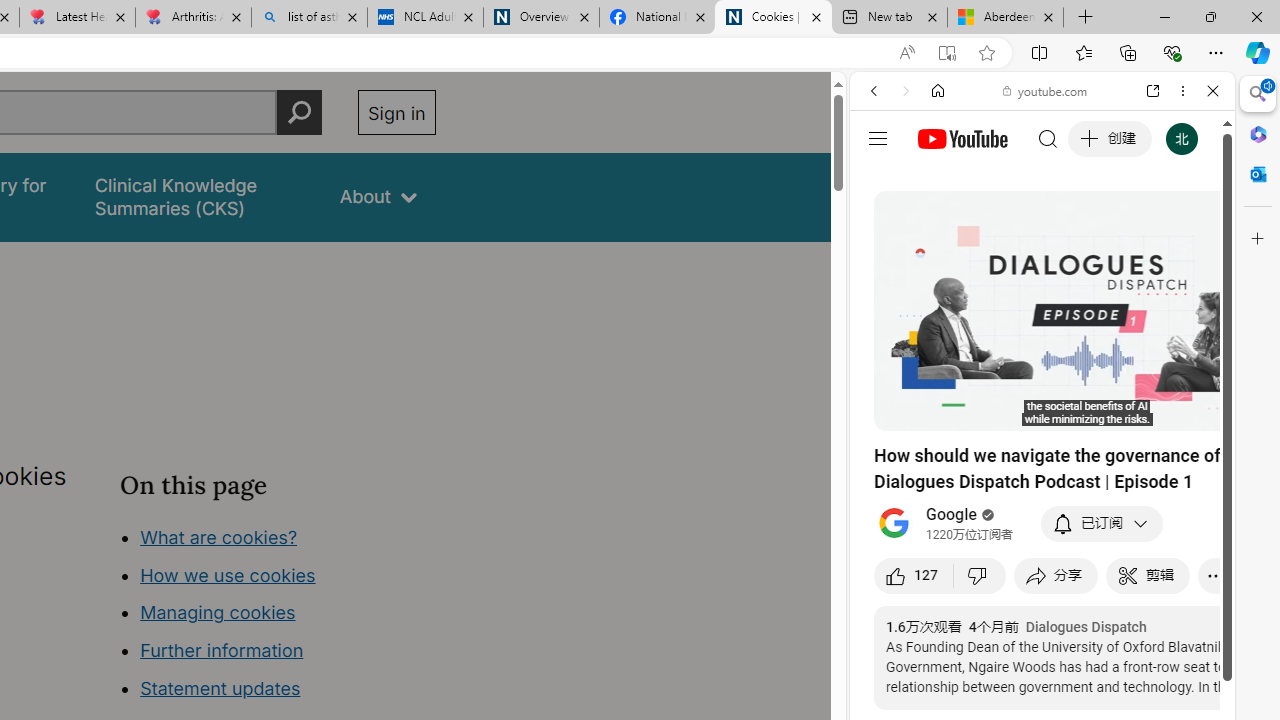 The width and height of the screenshot is (1280, 720). Describe the element at coordinates (298, 112) in the screenshot. I see `'Perform search'` at that location.